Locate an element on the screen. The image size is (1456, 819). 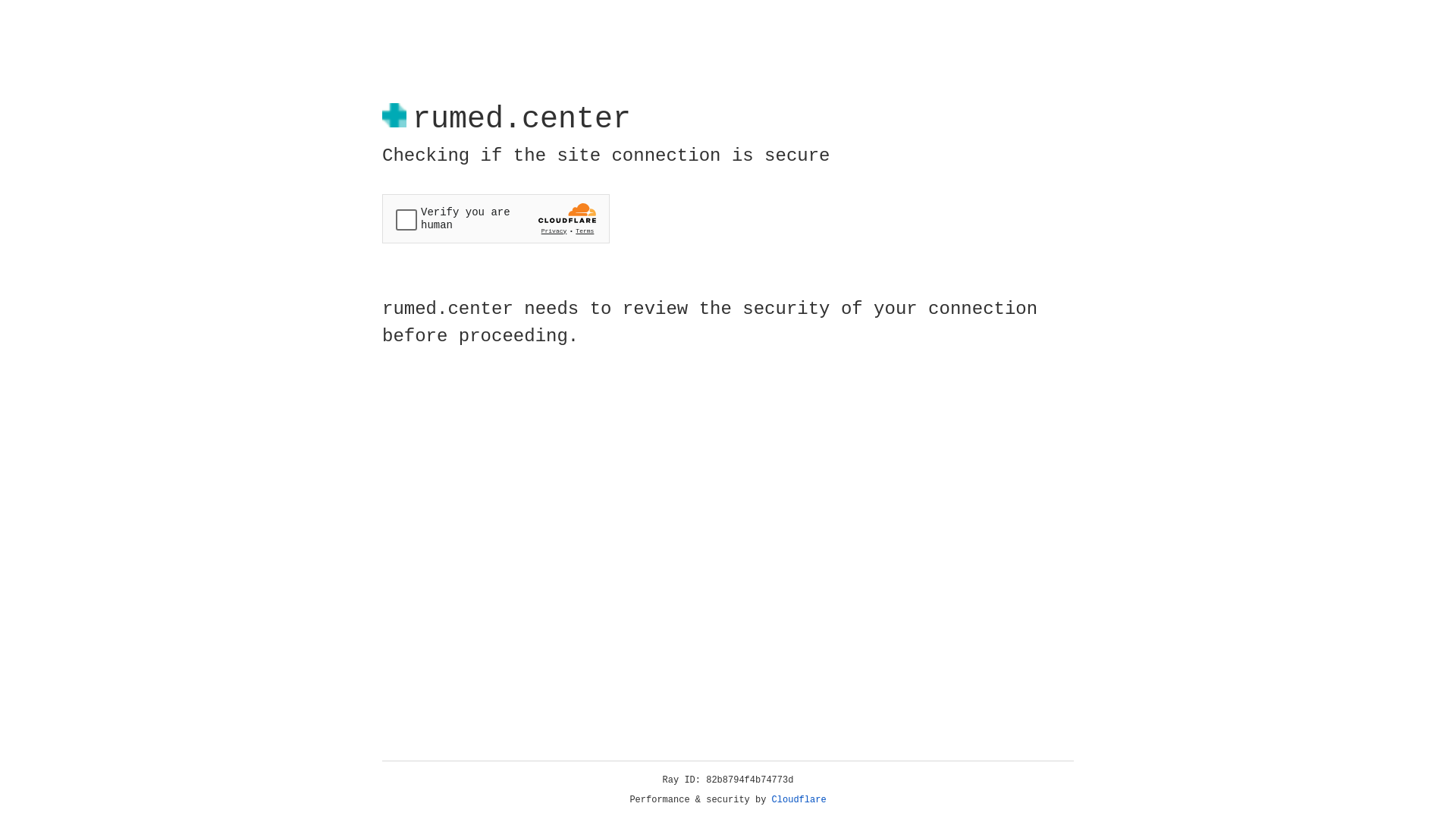
'Cloudflare' is located at coordinates (799, 799).